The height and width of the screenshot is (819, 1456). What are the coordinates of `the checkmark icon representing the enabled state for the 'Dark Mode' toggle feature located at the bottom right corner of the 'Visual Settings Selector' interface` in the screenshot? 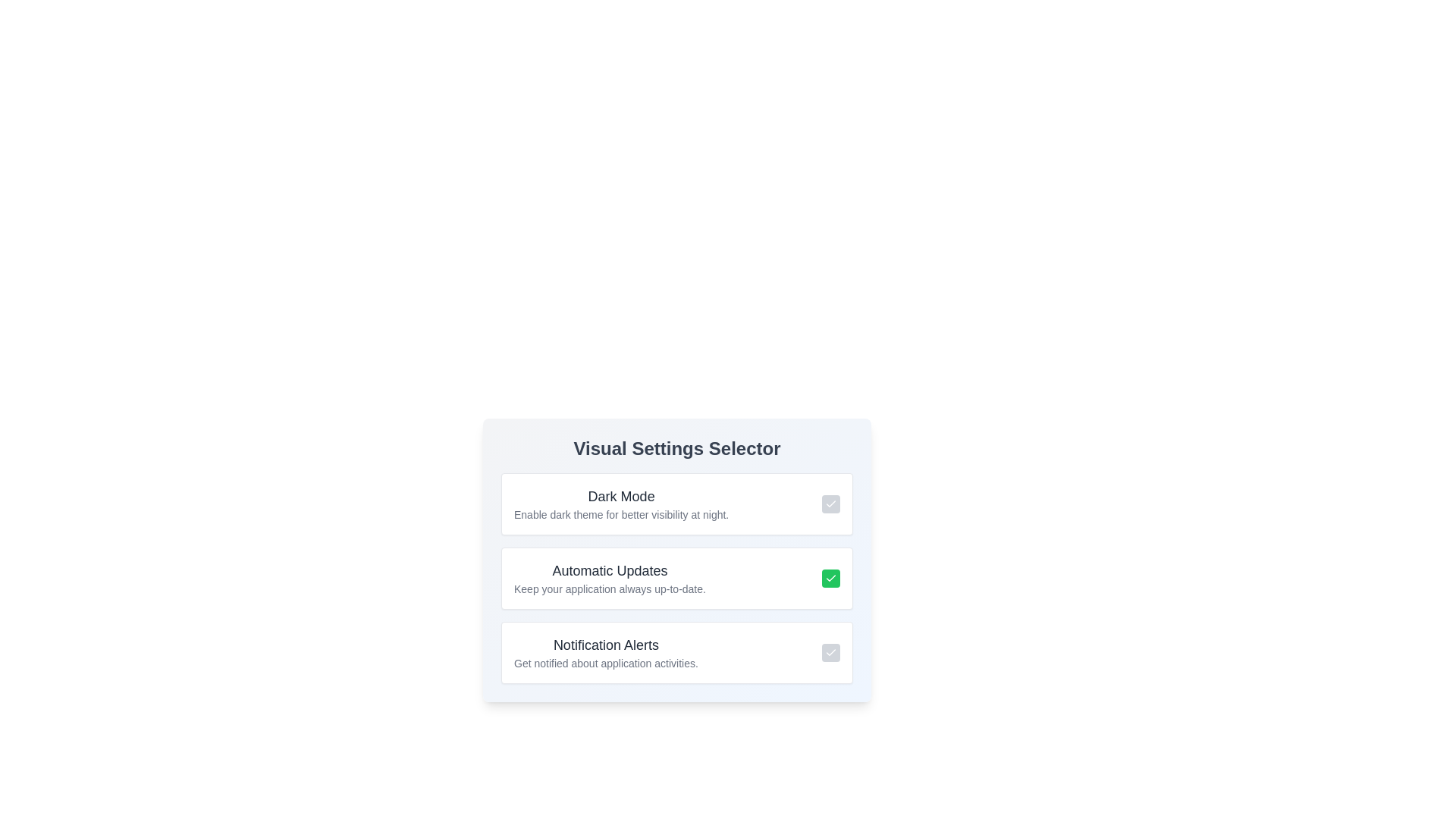 It's located at (830, 504).